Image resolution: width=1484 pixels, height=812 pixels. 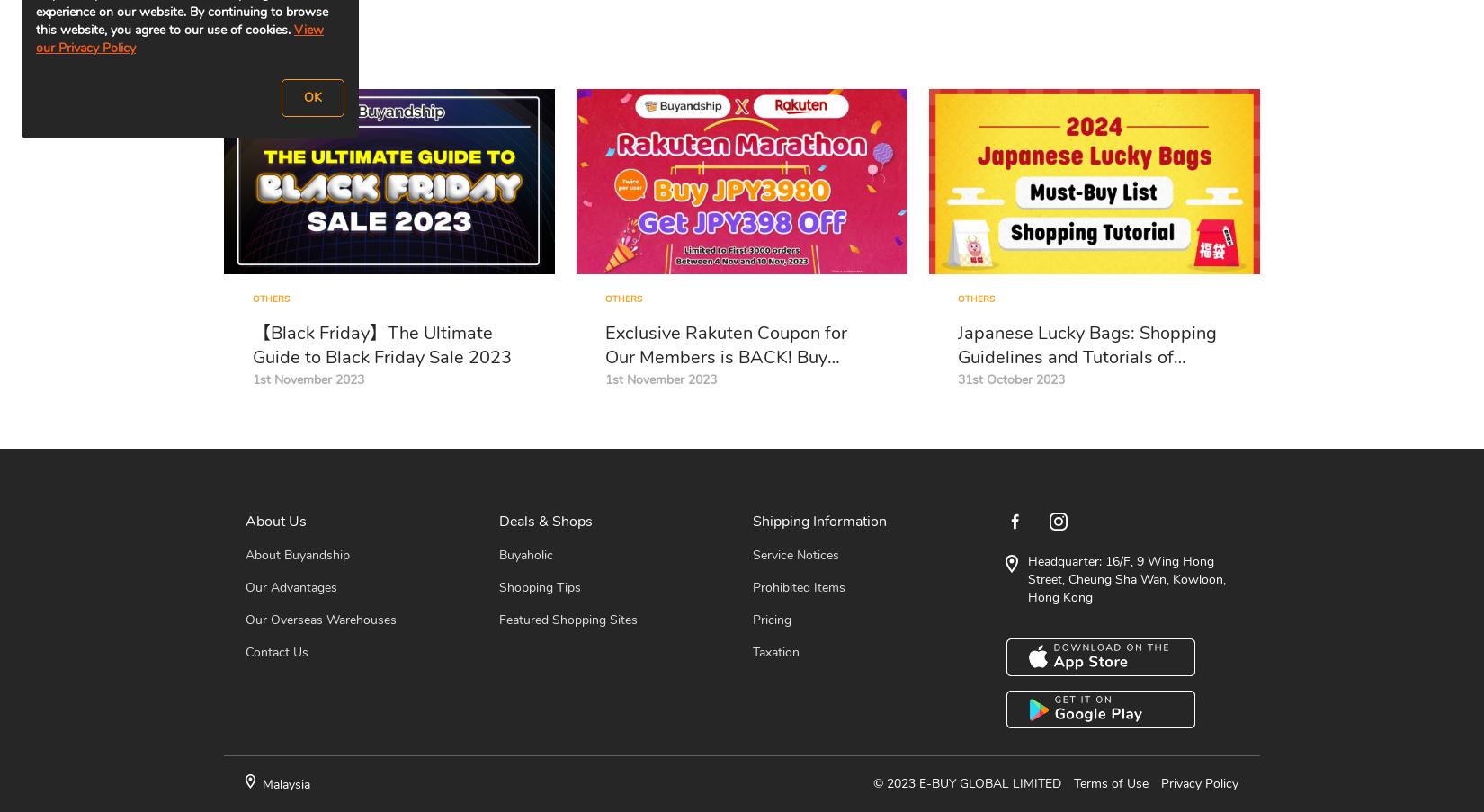 What do you see at coordinates (1111, 783) in the screenshot?
I see `'Terms of Use'` at bounding box center [1111, 783].